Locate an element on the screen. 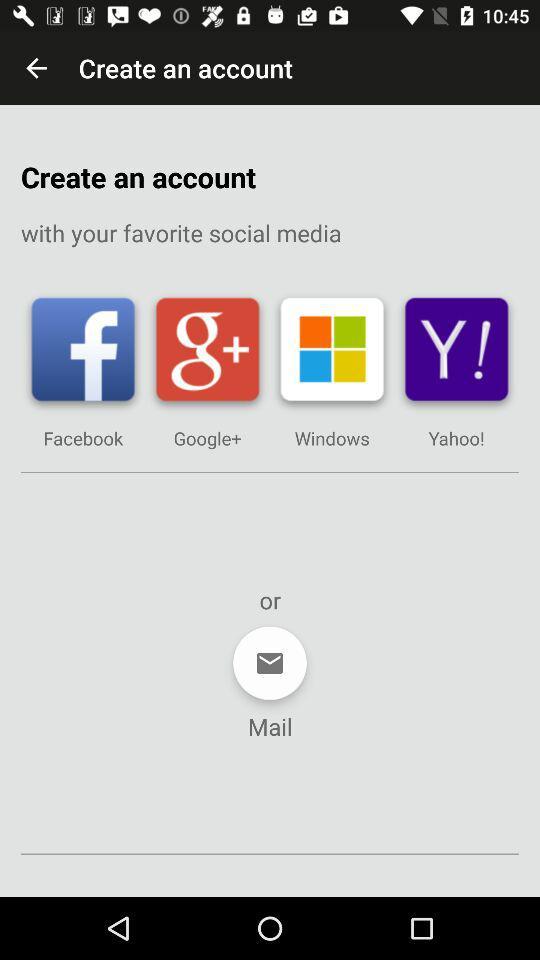  the item to the left of the create an account item is located at coordinates (36, 68).